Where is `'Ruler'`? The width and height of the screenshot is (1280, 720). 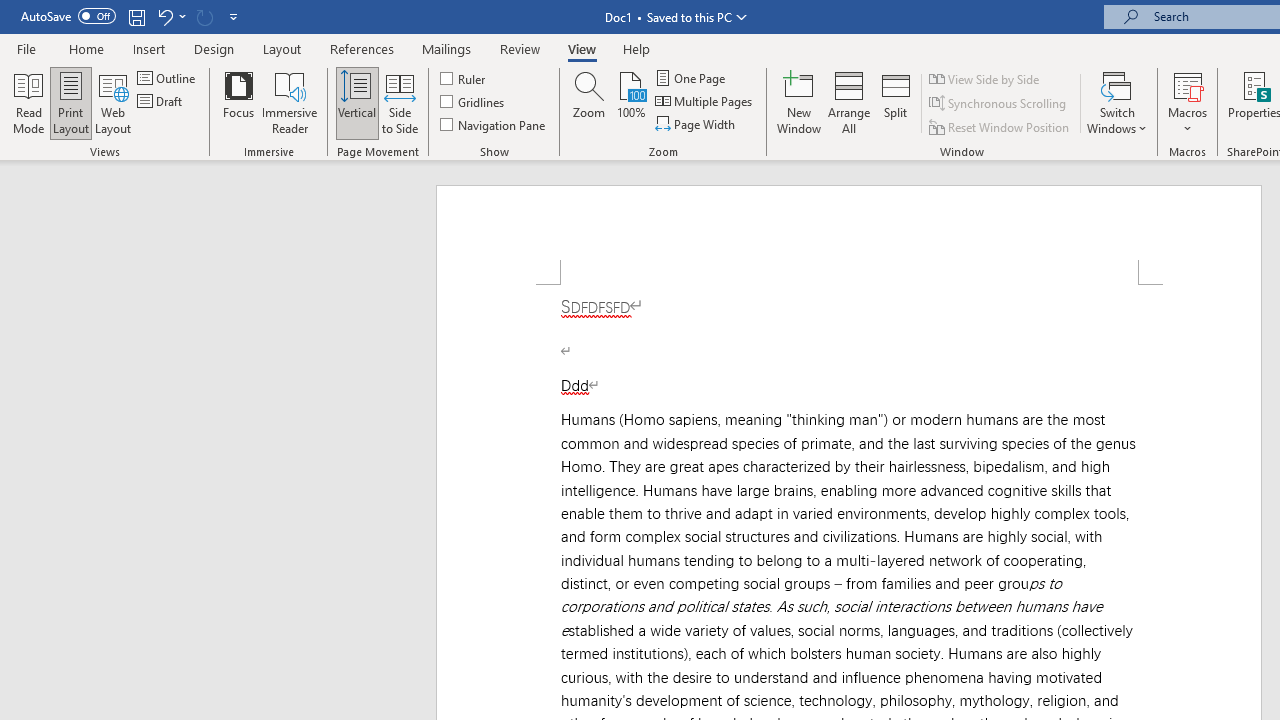 'Ruler' is located at coordinates (463, 77).